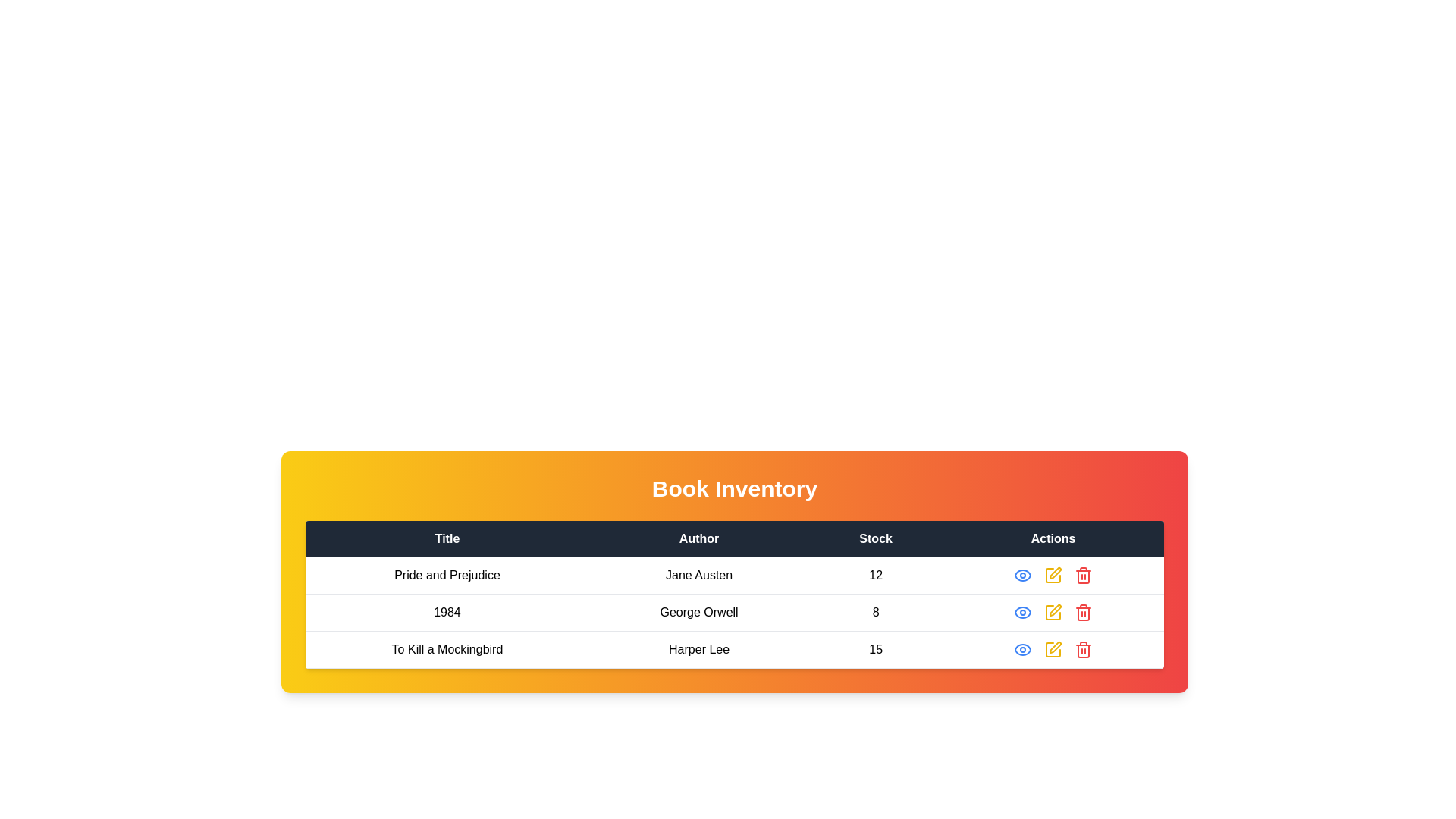  I want to click on the edit button in the Actions column for the book entry '1984' to initiate editing, so click(1053, 611).